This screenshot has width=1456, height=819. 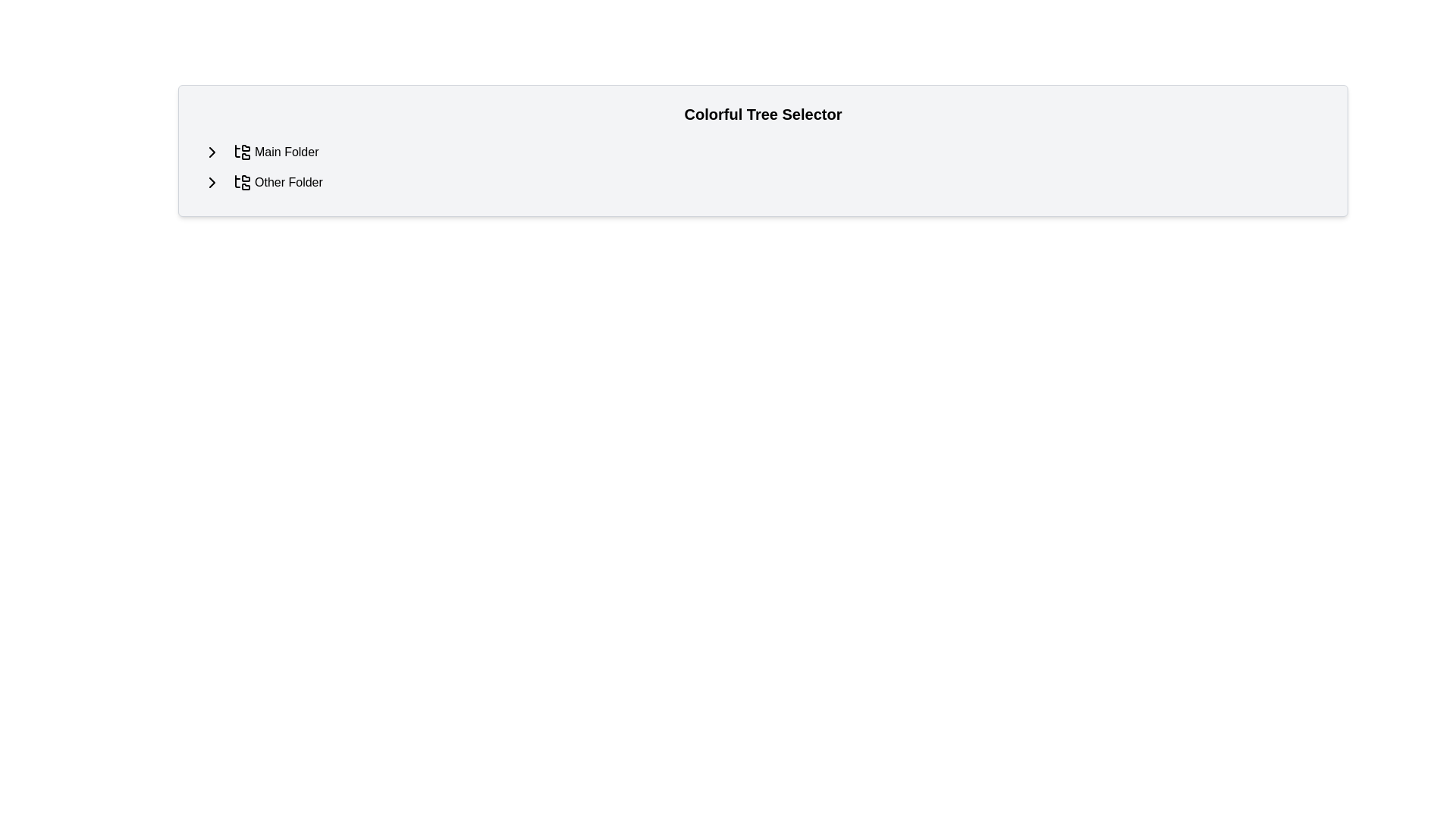 I want to click on the icon that visually represents the folder tree entry preceding the text label 'Main Folder', located in the first list entry of a vertical list, so click(x=243, y=152).